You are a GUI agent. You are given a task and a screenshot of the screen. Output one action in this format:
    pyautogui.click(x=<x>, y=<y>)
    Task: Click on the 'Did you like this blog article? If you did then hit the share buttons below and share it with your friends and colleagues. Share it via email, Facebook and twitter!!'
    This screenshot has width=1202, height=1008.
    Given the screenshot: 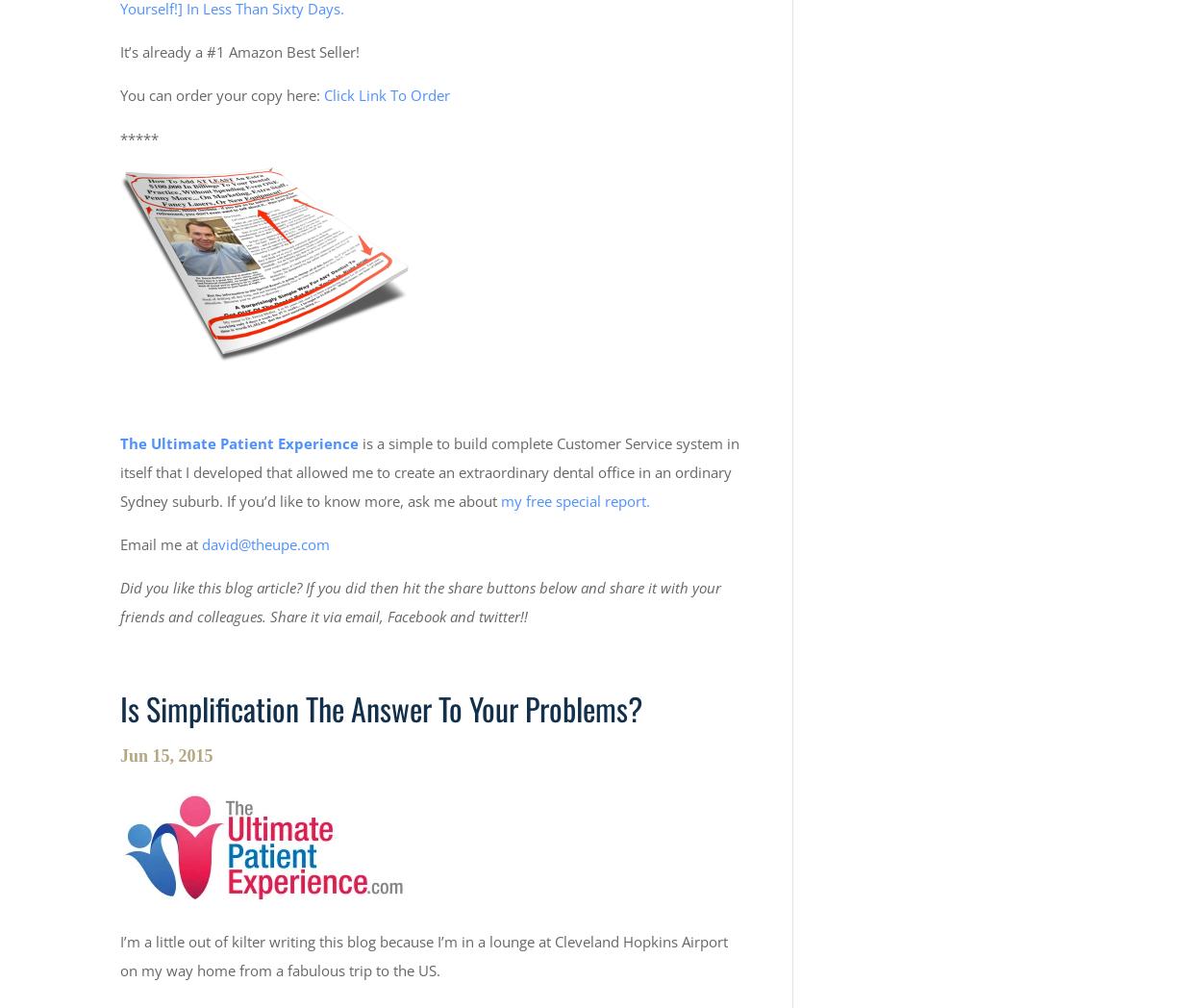 What is the action you would take?
    pyautogui.click(x=420, y=600)
    